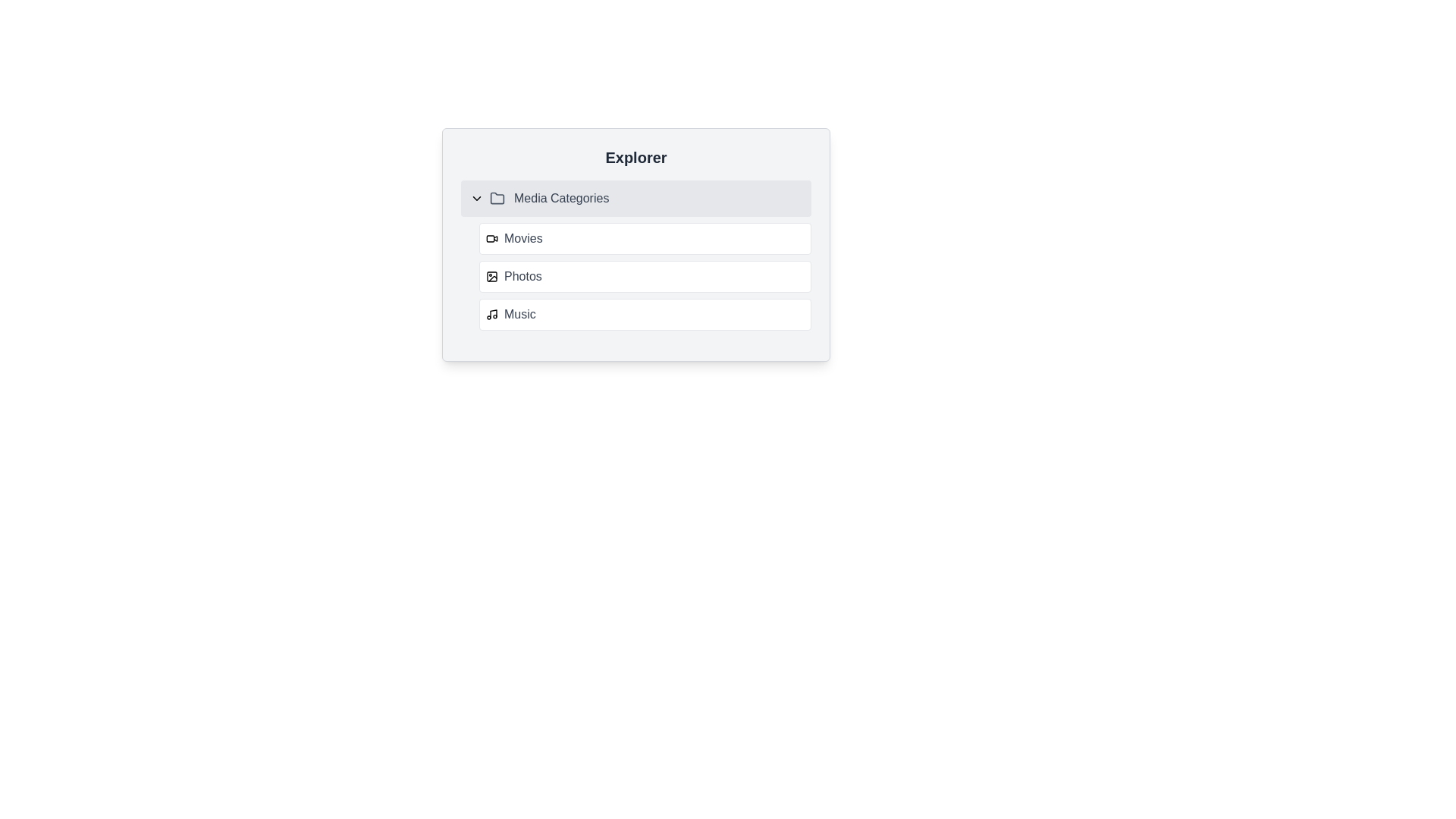  Describe the element at coordinates (491, 239) in the screenshot. I see `the SVG video camera icon located to the immediate left of the 'Movies' text in the media types list` at that location.